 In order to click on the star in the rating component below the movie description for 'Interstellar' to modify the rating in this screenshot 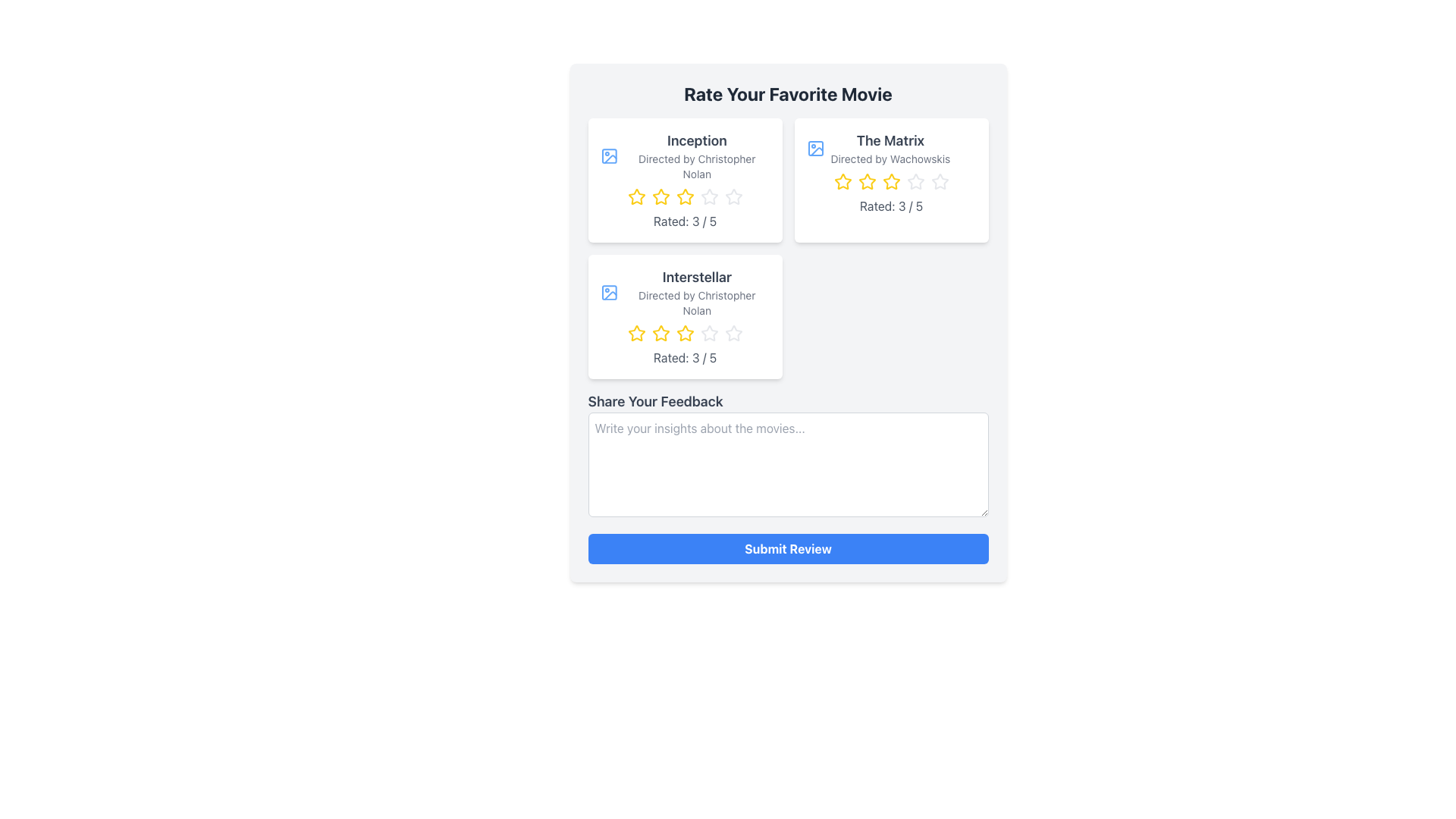, I will do `click(684, 332)`.